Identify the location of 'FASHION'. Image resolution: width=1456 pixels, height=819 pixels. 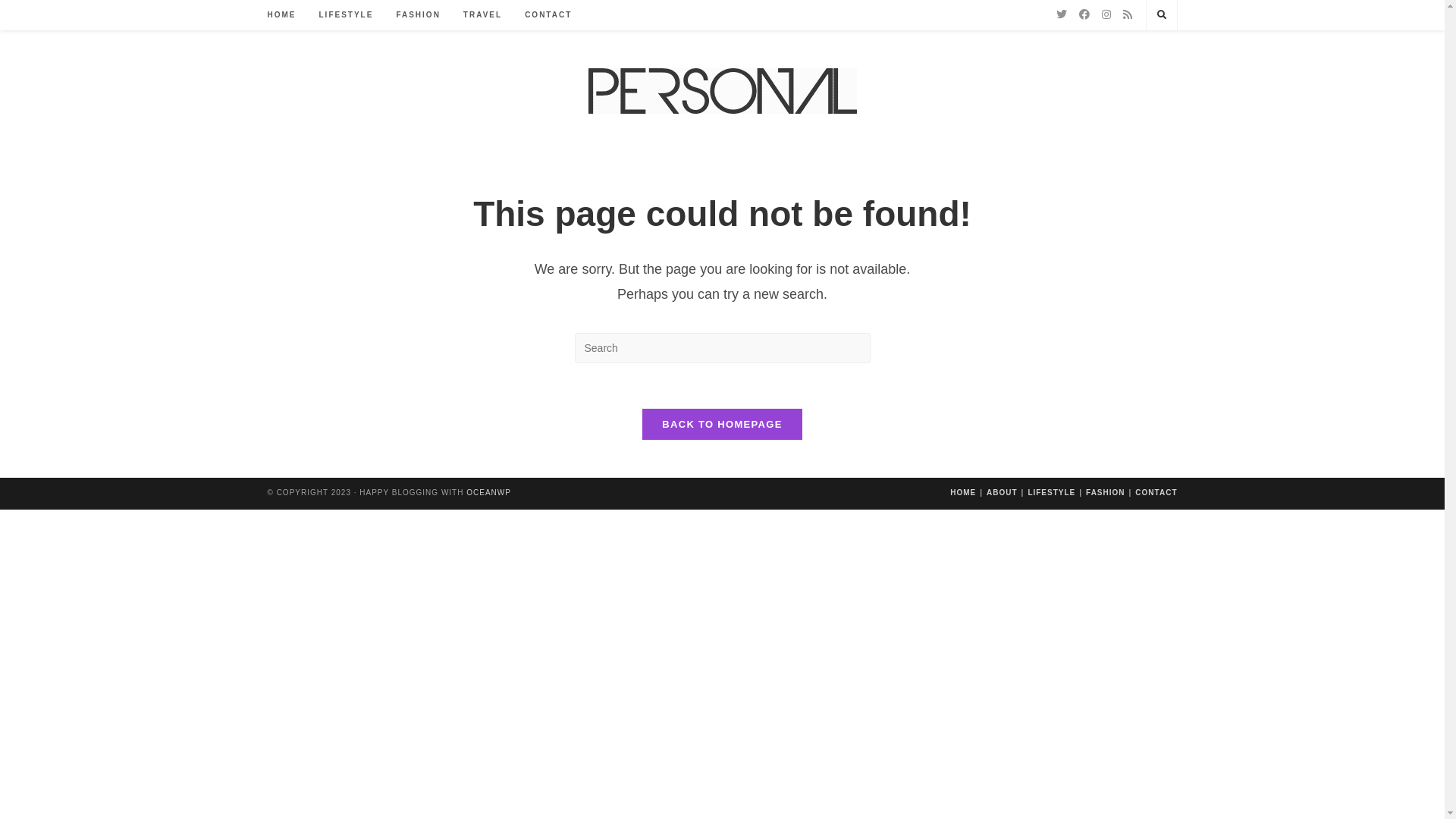
(418, 14).